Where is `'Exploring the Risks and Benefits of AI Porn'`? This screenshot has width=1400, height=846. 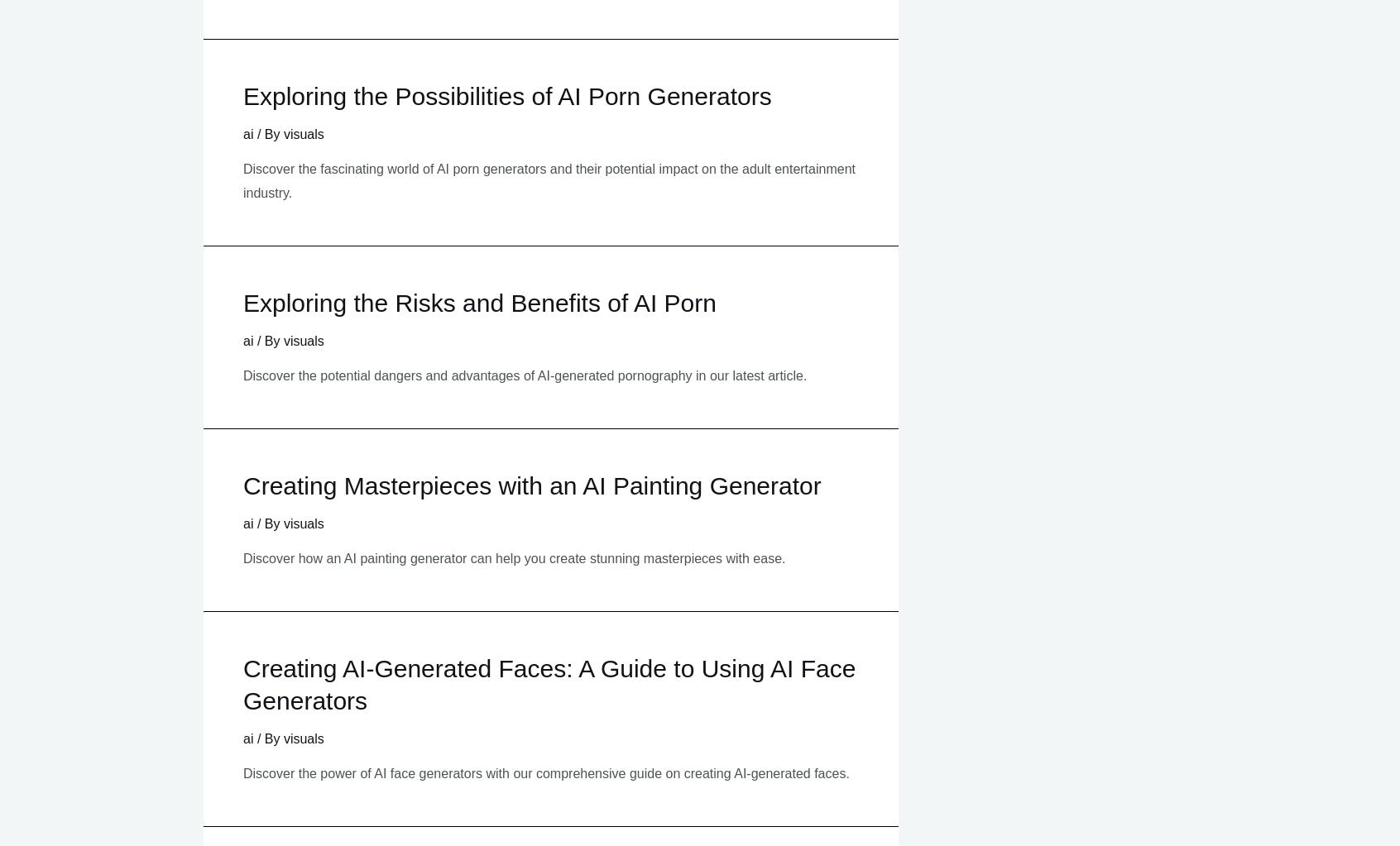
'Exploring the Risks and Benefits of AI Porn' is located at coordinates (478, 302).